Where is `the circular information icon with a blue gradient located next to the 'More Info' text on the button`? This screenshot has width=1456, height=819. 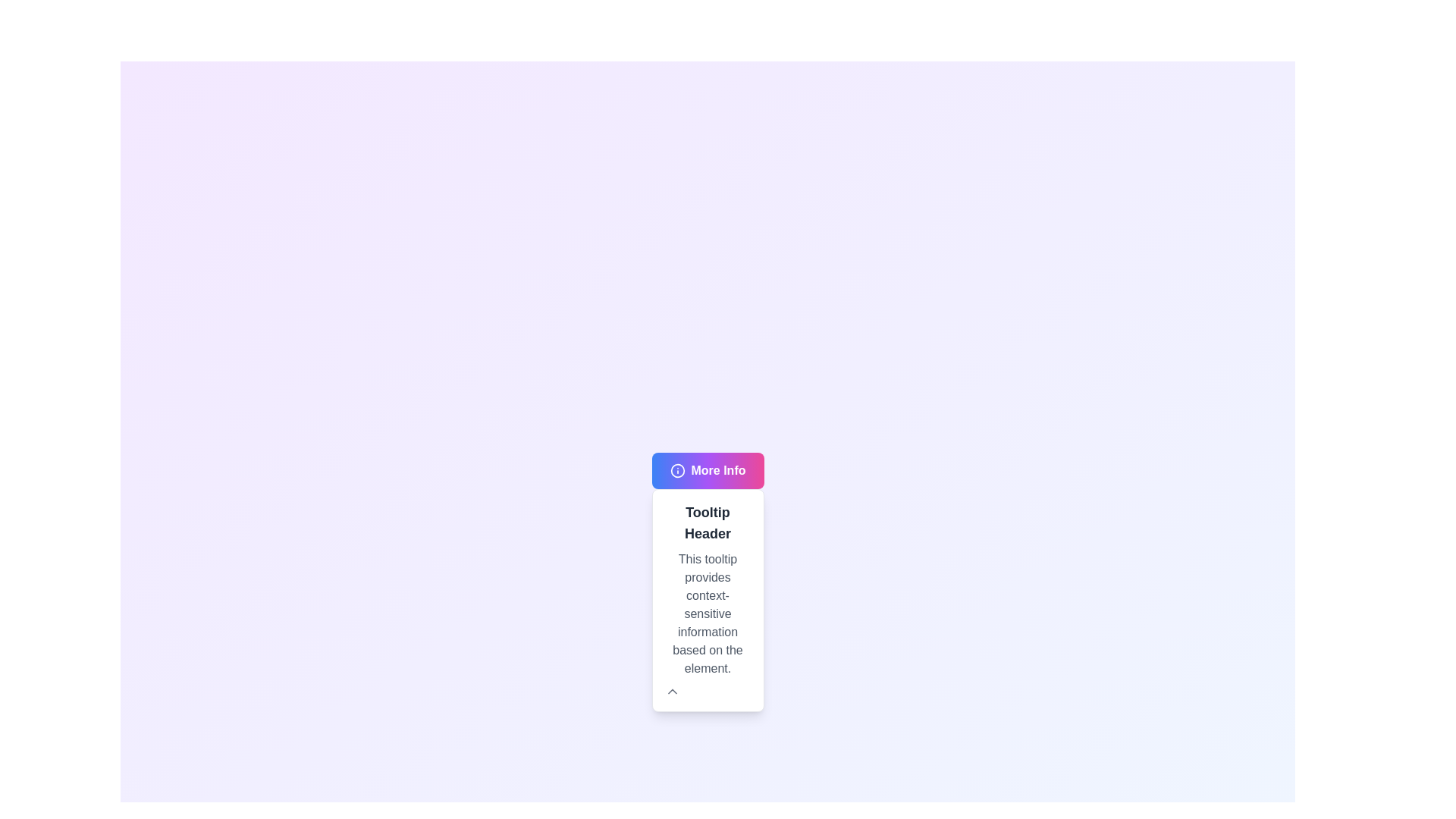 the circular information icon with a blue gradient located next to the 'More Info' text on the button is located at coordinates (676, 470).